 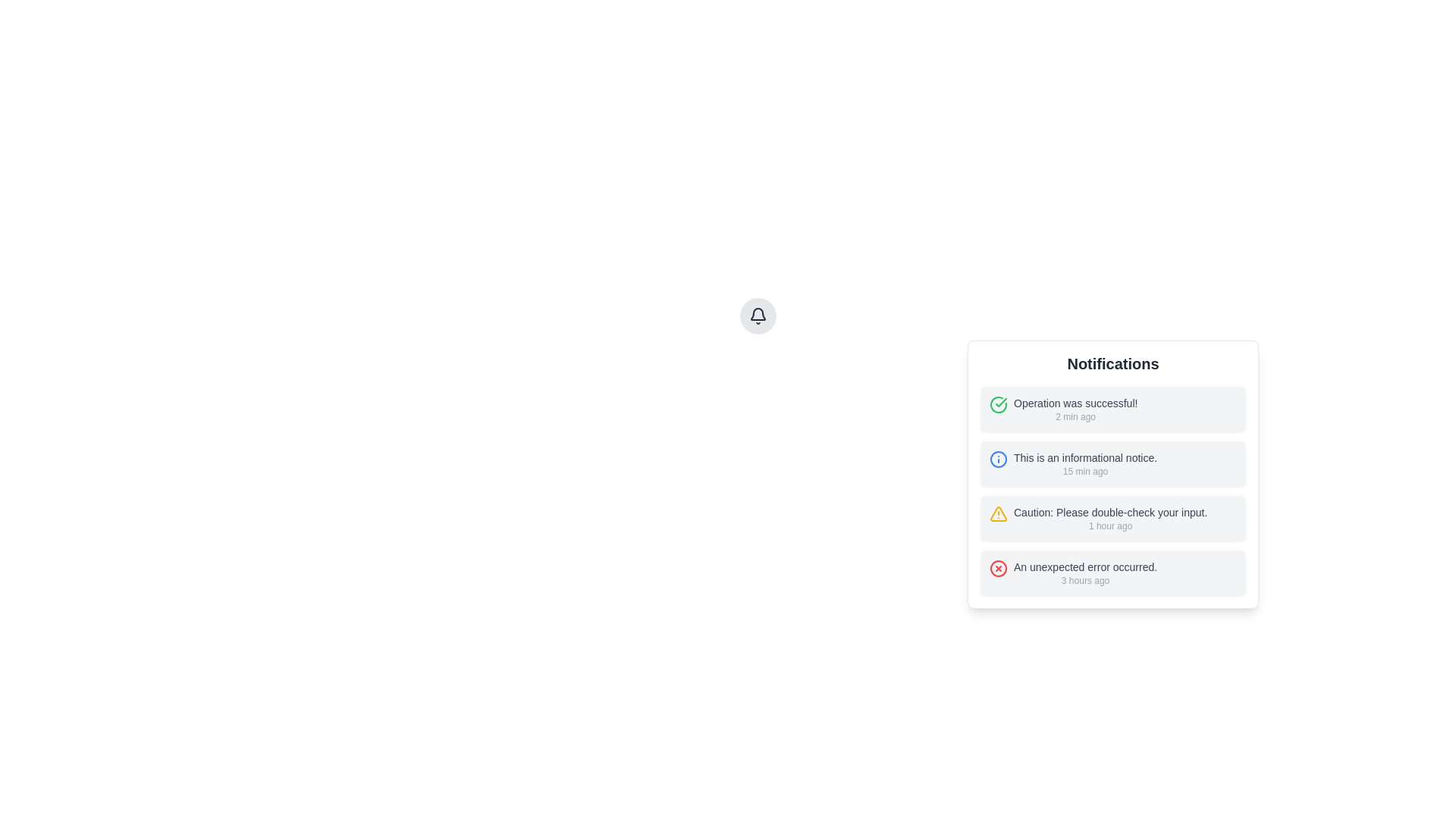 What do you see at coordinates (1113, 409) in the screenshot?
I see `the first notification card in the notifications panel that displays a success message and timestamp` at bounding box center [1113, 409].